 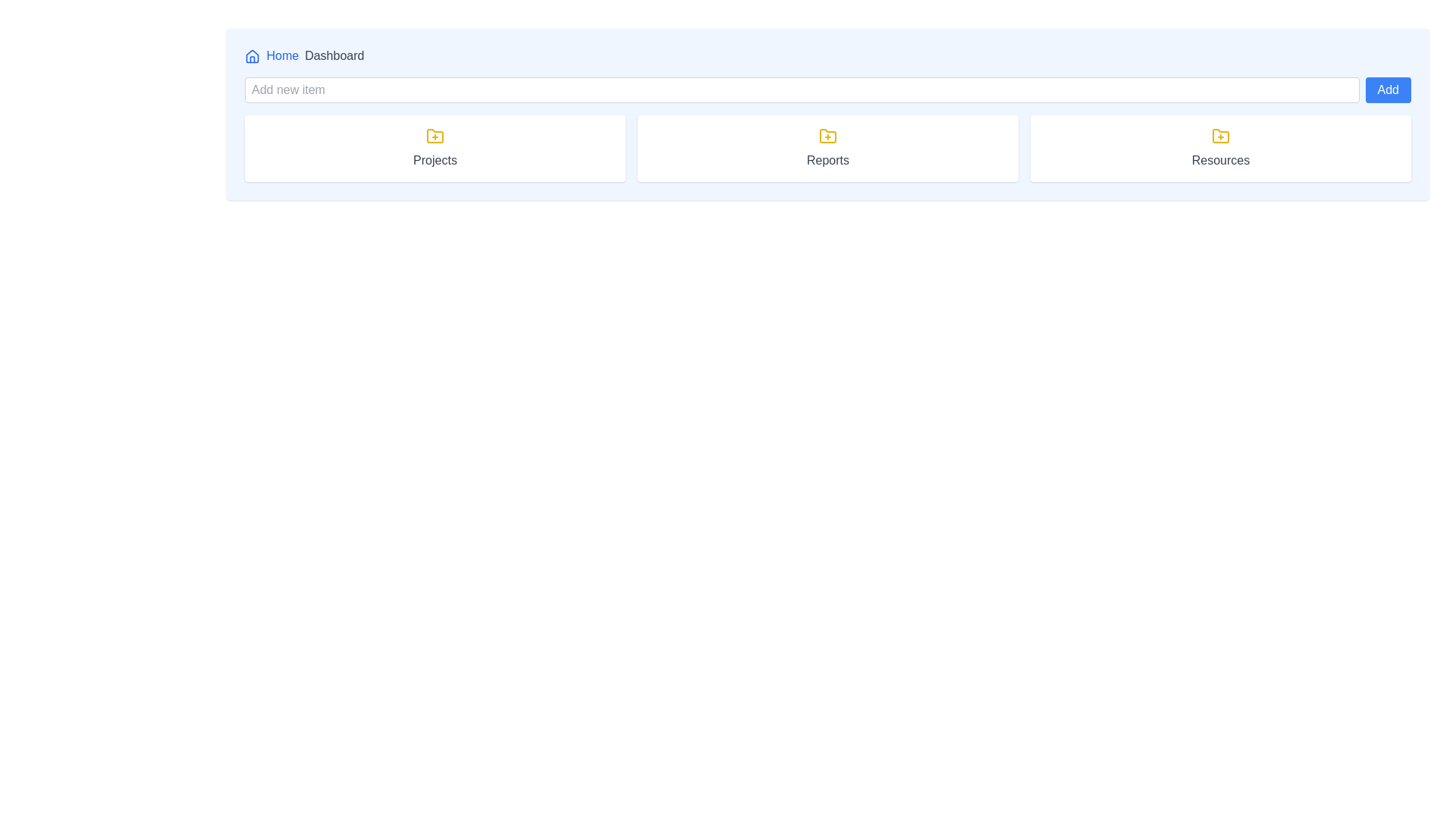 I want to click on the 'add resources' icon located in the 'Resources' section, which is the third card from the left in a horizontal row, so click(x=1220, y=136).